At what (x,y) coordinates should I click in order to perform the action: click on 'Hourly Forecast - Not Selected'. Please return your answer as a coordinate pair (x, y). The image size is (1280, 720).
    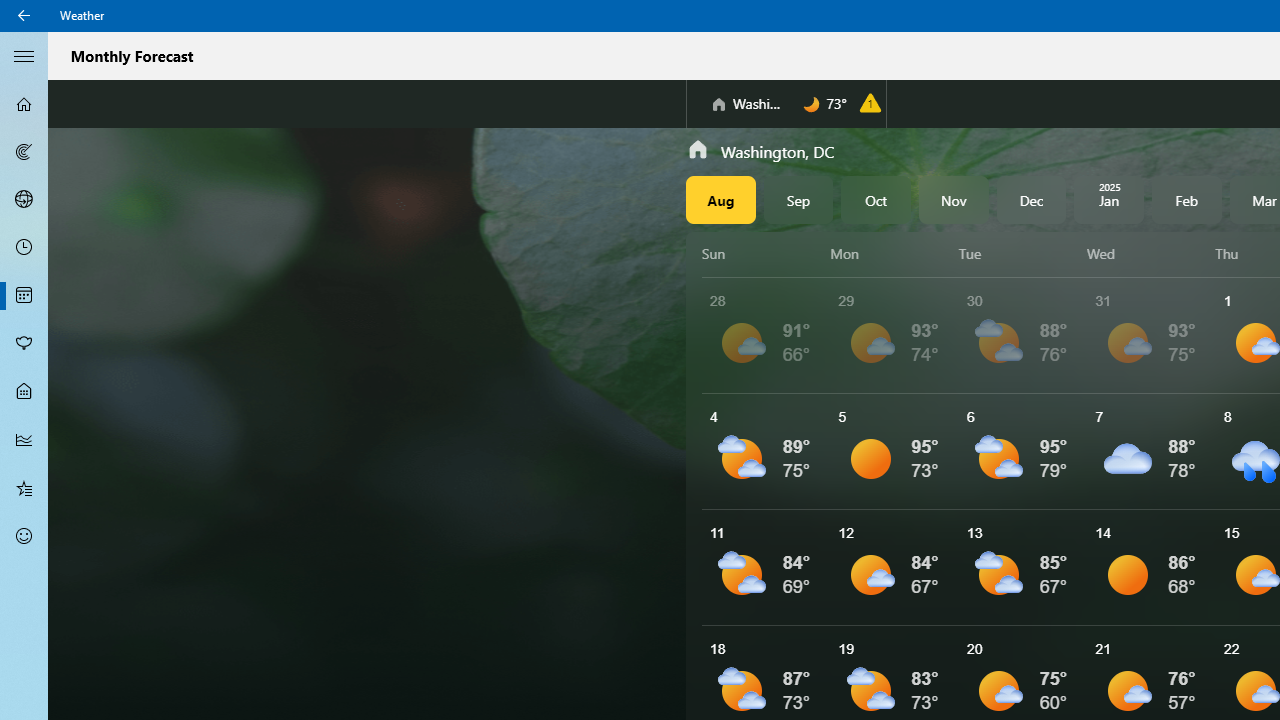
    Looking at the image, I should click on (24, 247).